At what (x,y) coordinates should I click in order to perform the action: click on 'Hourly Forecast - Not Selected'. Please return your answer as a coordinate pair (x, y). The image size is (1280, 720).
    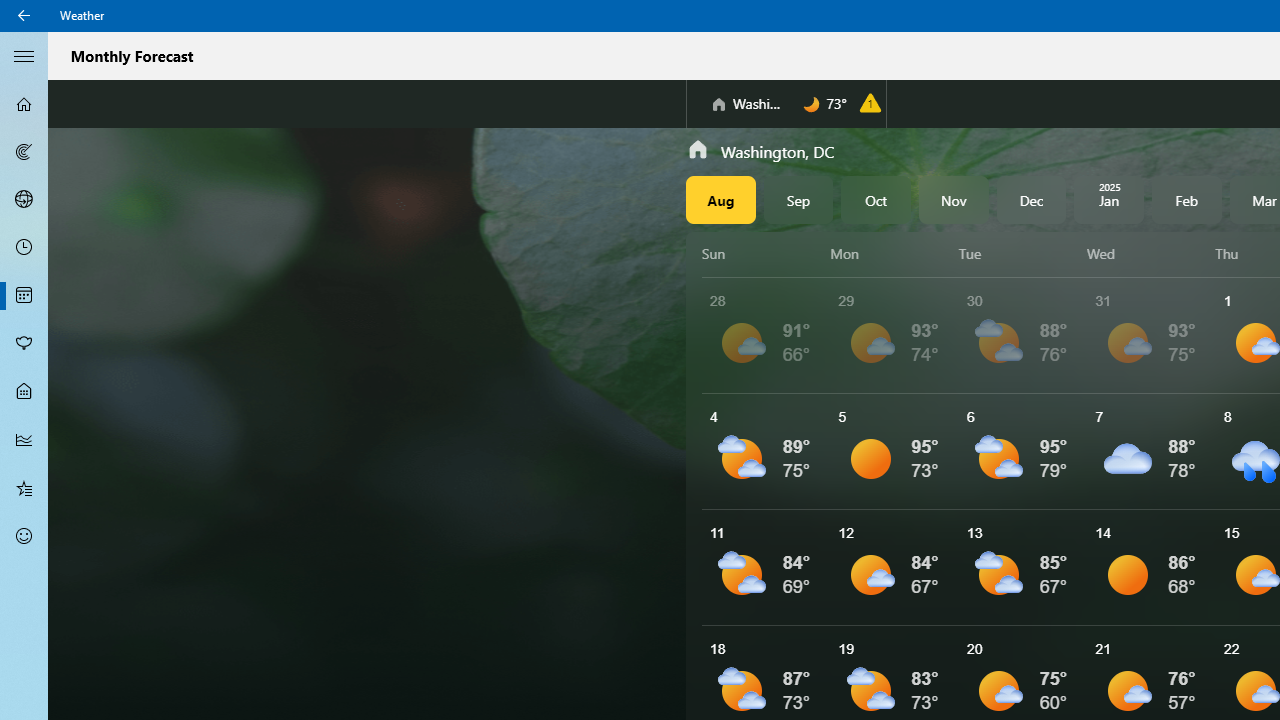
    Looking at the image, I should click on (24, 247).